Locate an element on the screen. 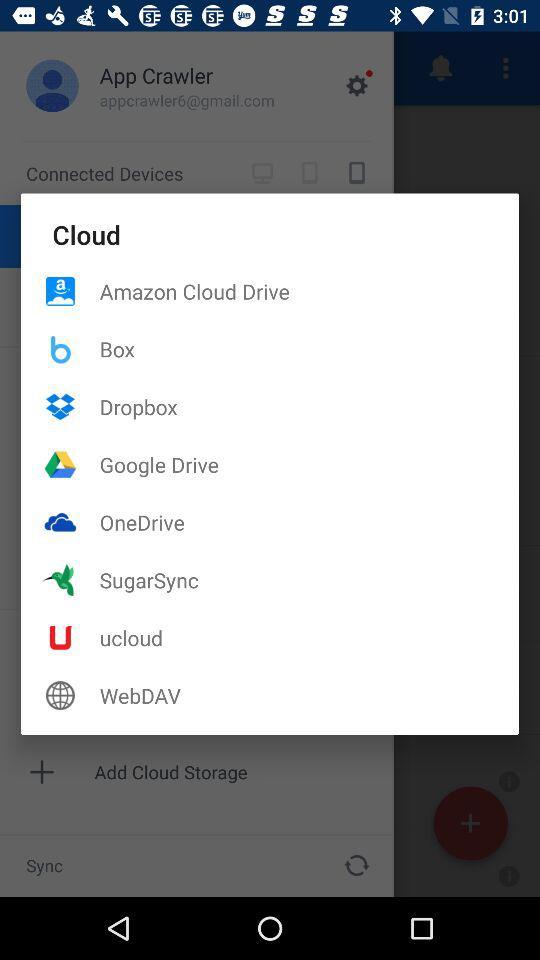 This screenshot has width=540, height=960. the item above onedrive is located at coordinates (309, 464).